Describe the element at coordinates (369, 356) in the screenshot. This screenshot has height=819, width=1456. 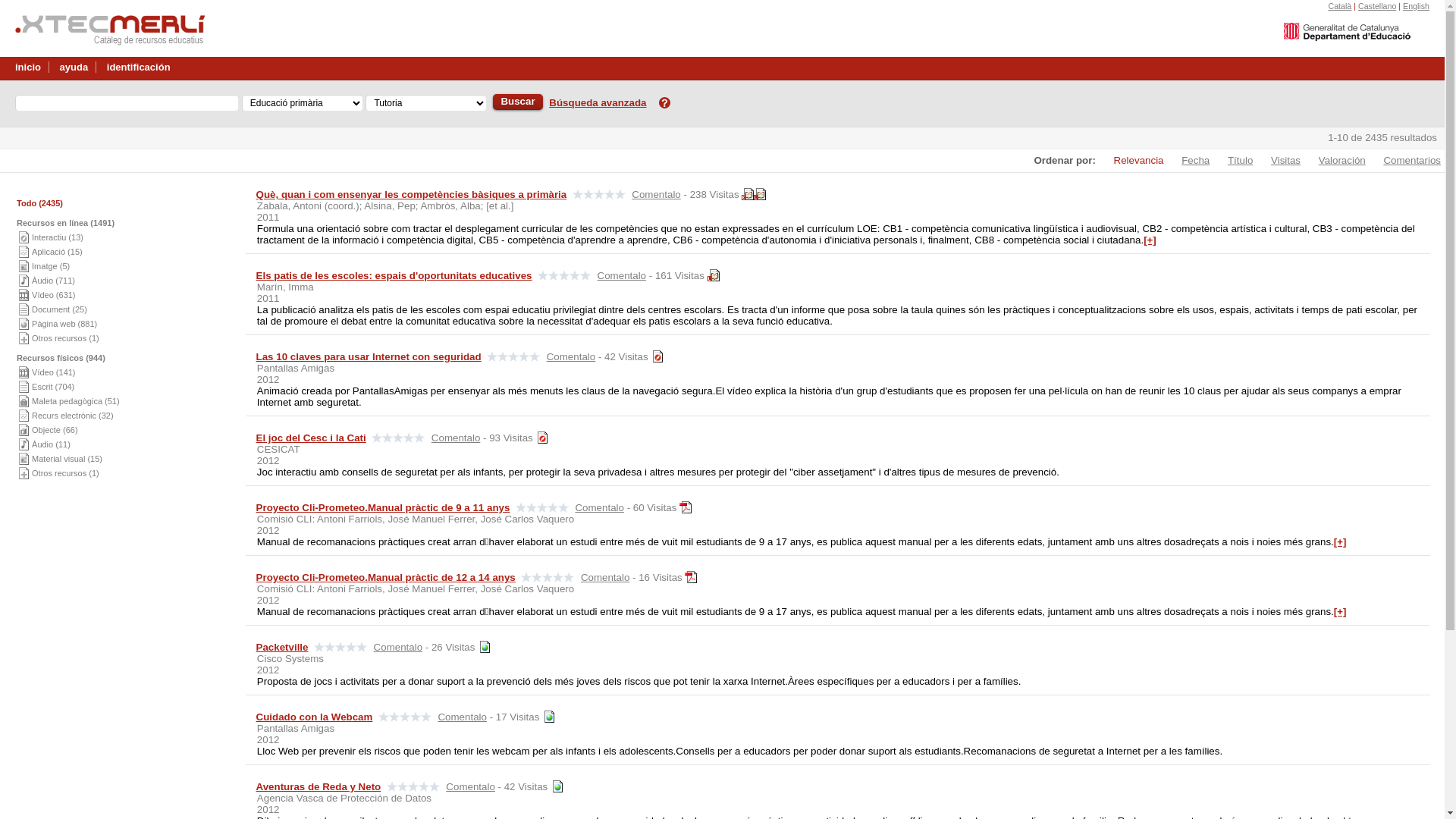
I see `'Las 10 claves para usar Internet con seguridad'` at that location.